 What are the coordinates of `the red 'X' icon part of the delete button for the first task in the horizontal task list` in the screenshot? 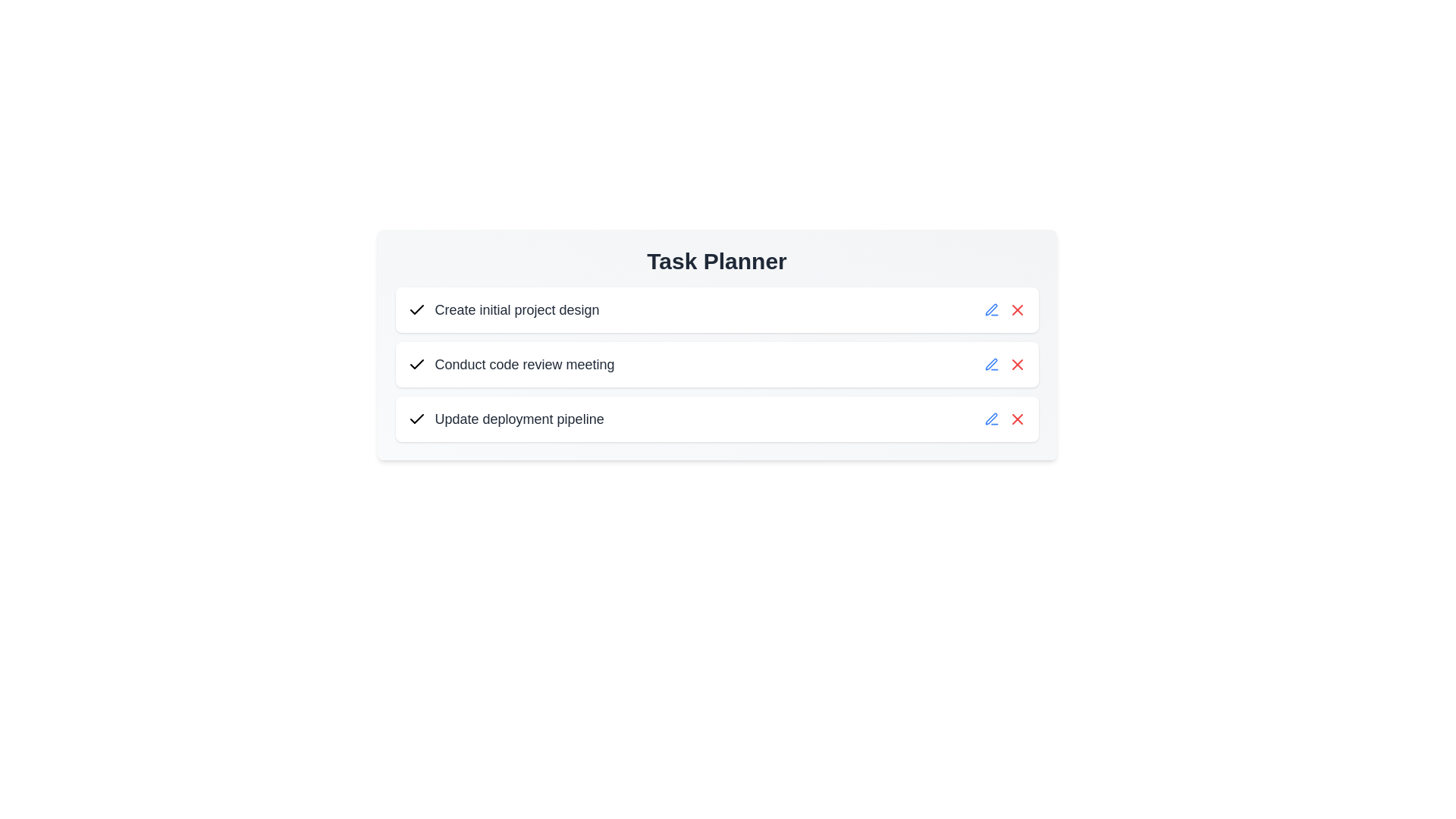 It's located at (1017, 309).